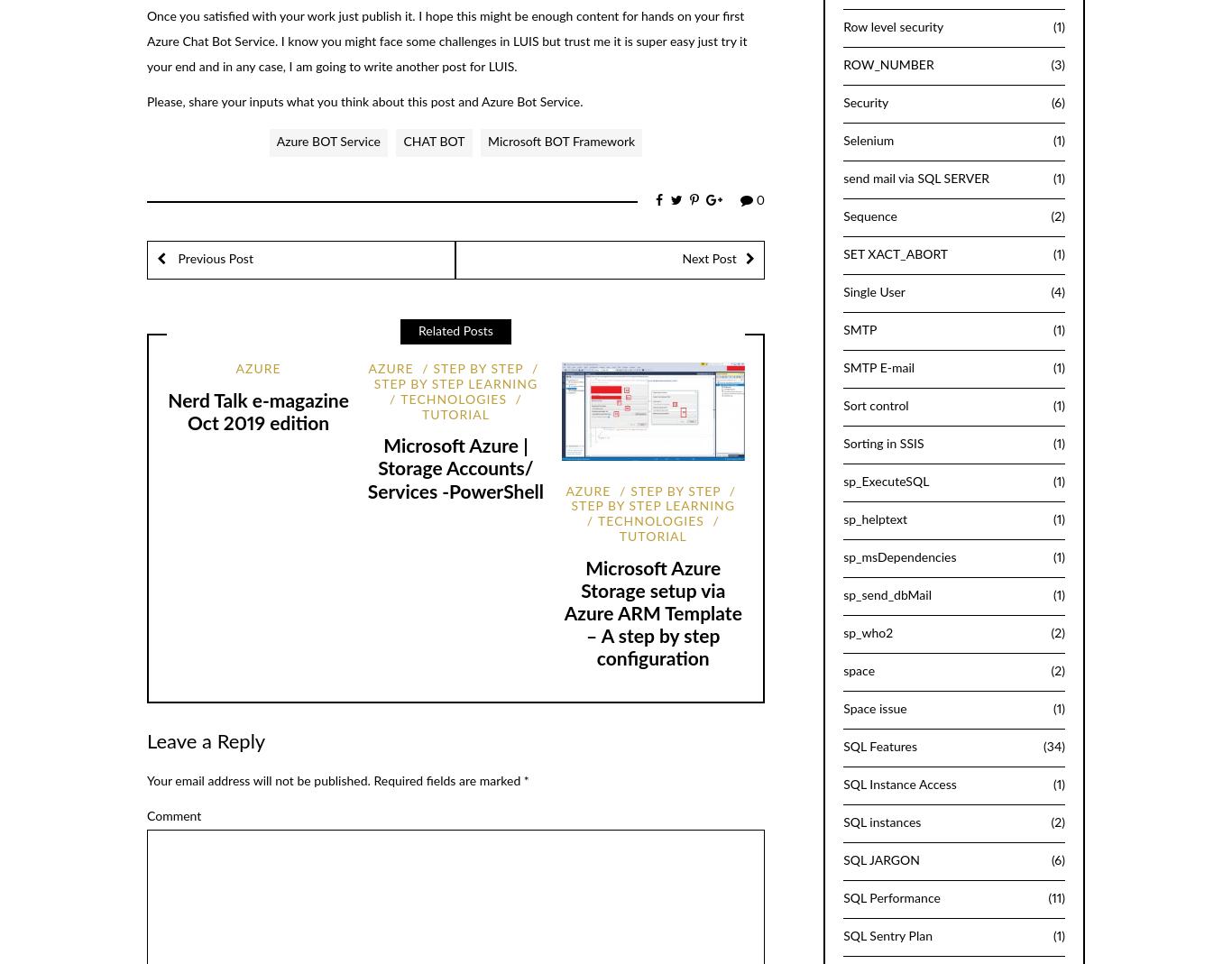  I want to click on 'Your email address will not be published.', so click(145, 780).